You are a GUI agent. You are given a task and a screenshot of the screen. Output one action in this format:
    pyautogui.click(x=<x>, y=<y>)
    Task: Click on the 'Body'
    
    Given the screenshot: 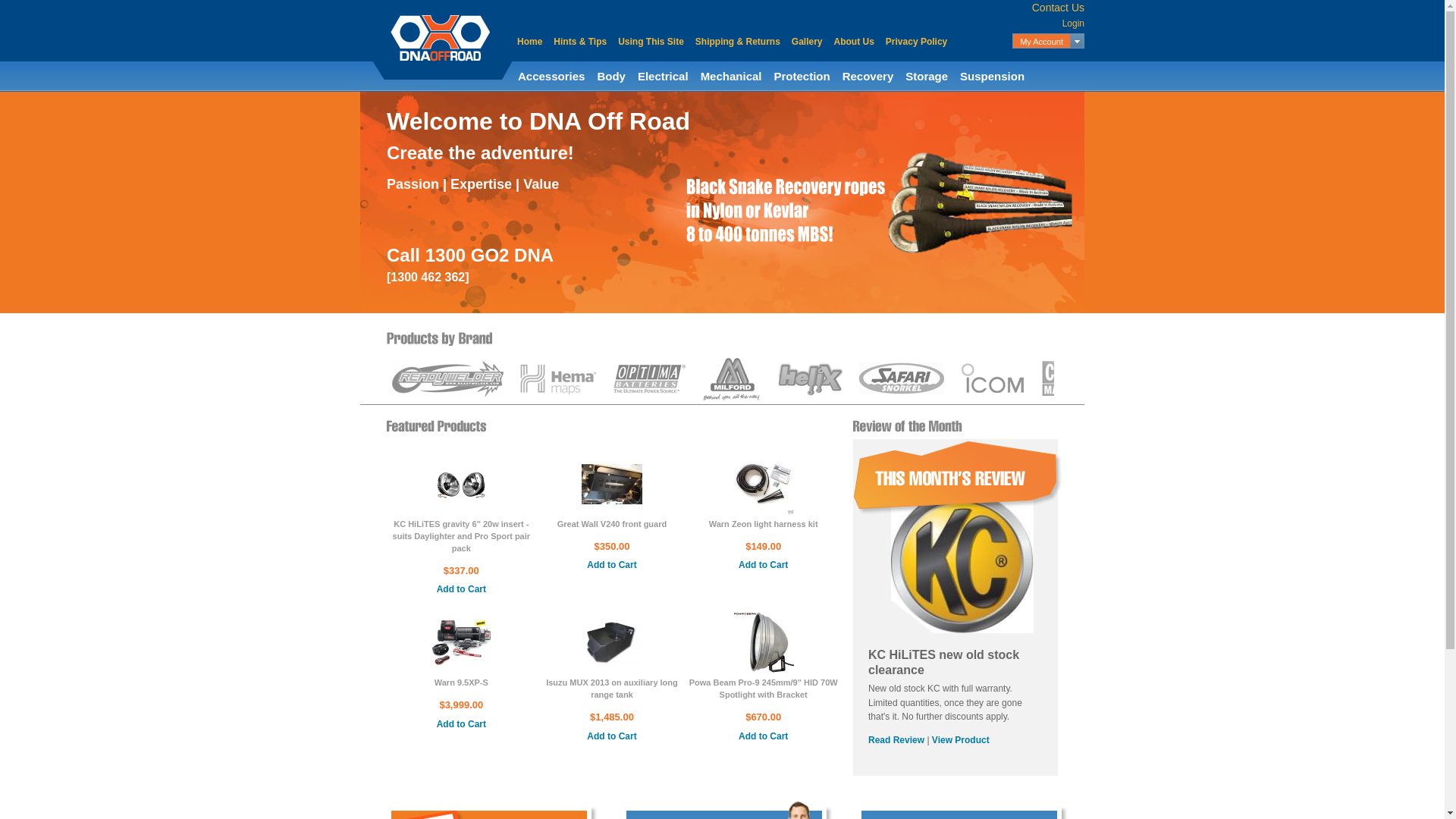 What is the action you would take?
    pyautogui.click(x=611, y=76)
    